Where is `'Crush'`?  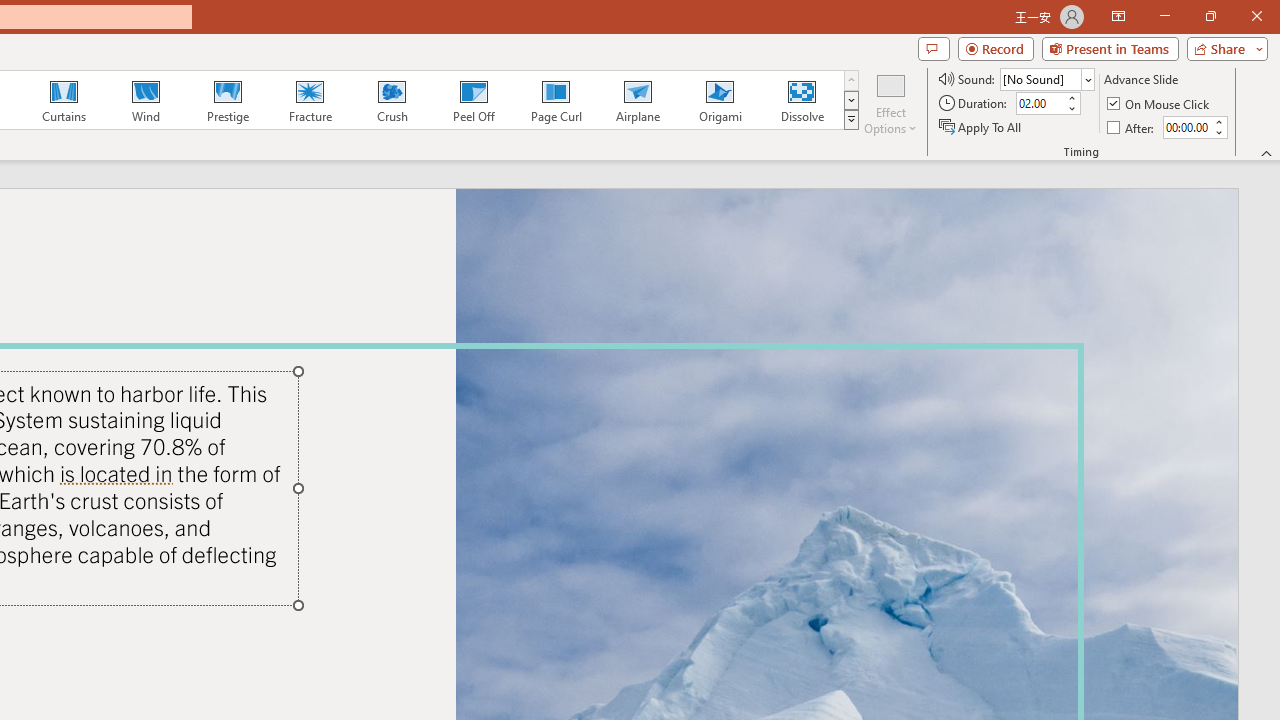 'Crush' is located at coordinates (391, 100).